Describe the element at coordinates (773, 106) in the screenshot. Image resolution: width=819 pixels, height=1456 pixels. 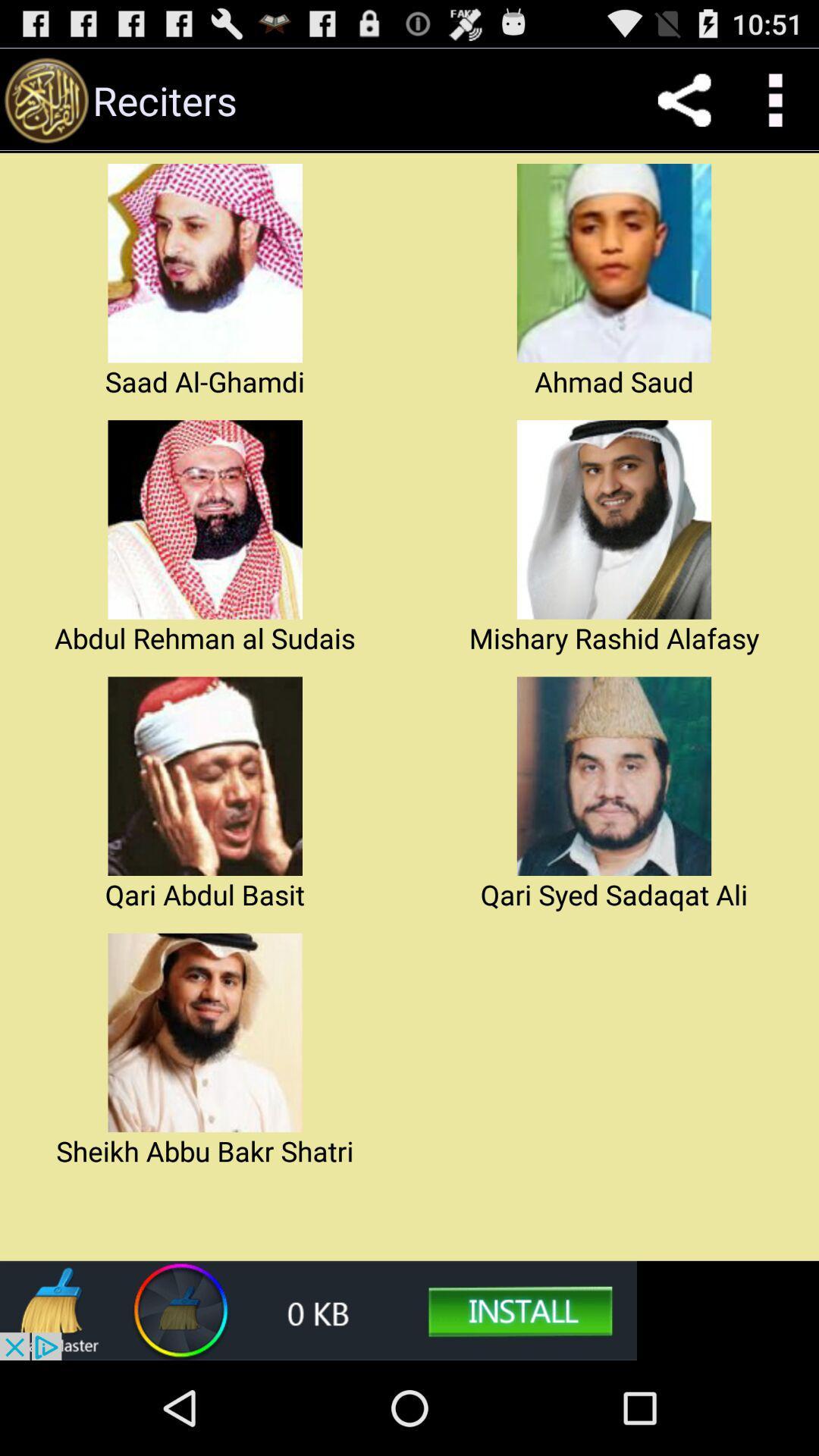
I see `the more icon` at that location.